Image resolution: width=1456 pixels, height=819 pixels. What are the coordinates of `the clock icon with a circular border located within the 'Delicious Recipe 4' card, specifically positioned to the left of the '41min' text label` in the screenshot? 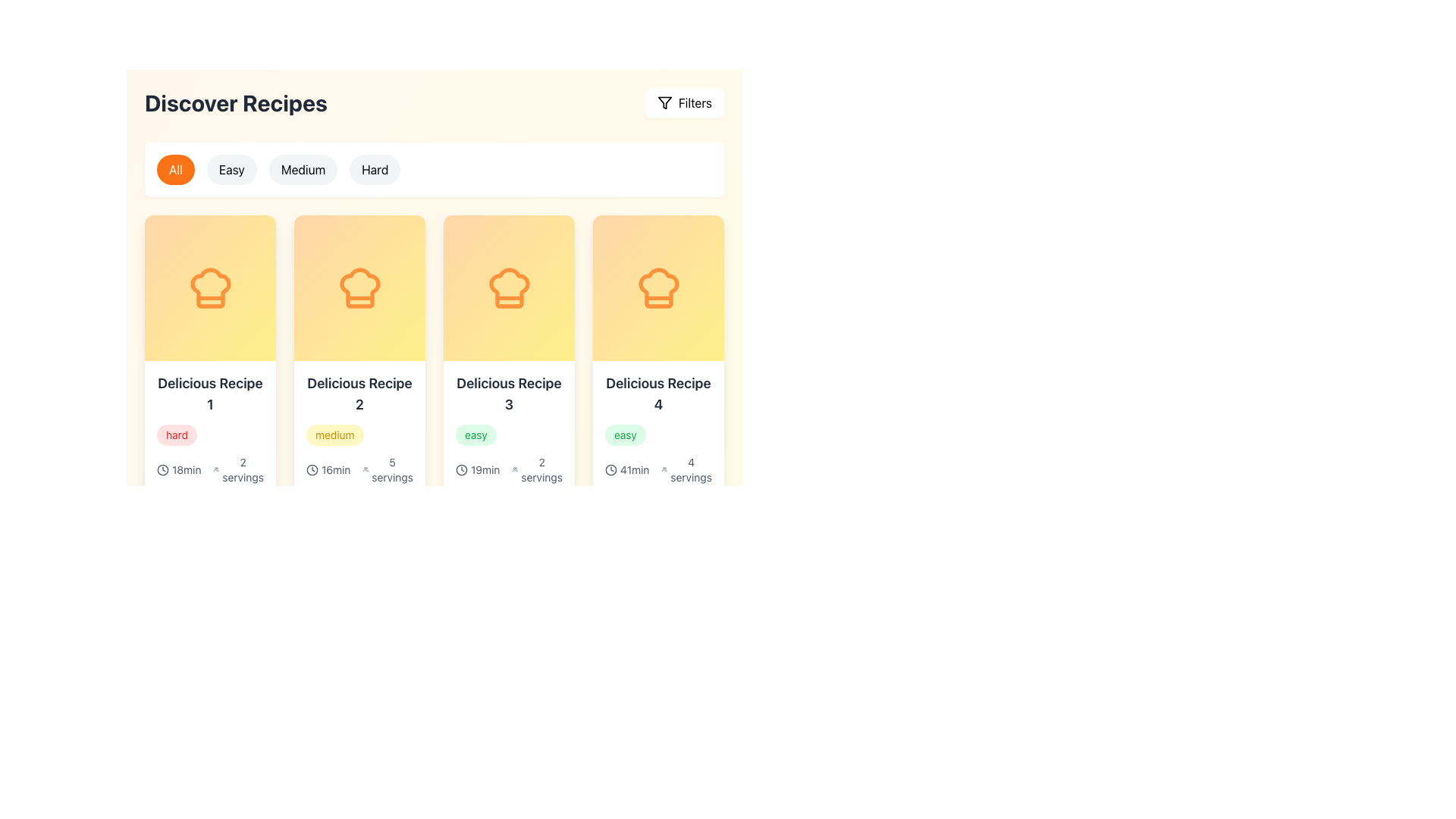 It's located at (611, 469).